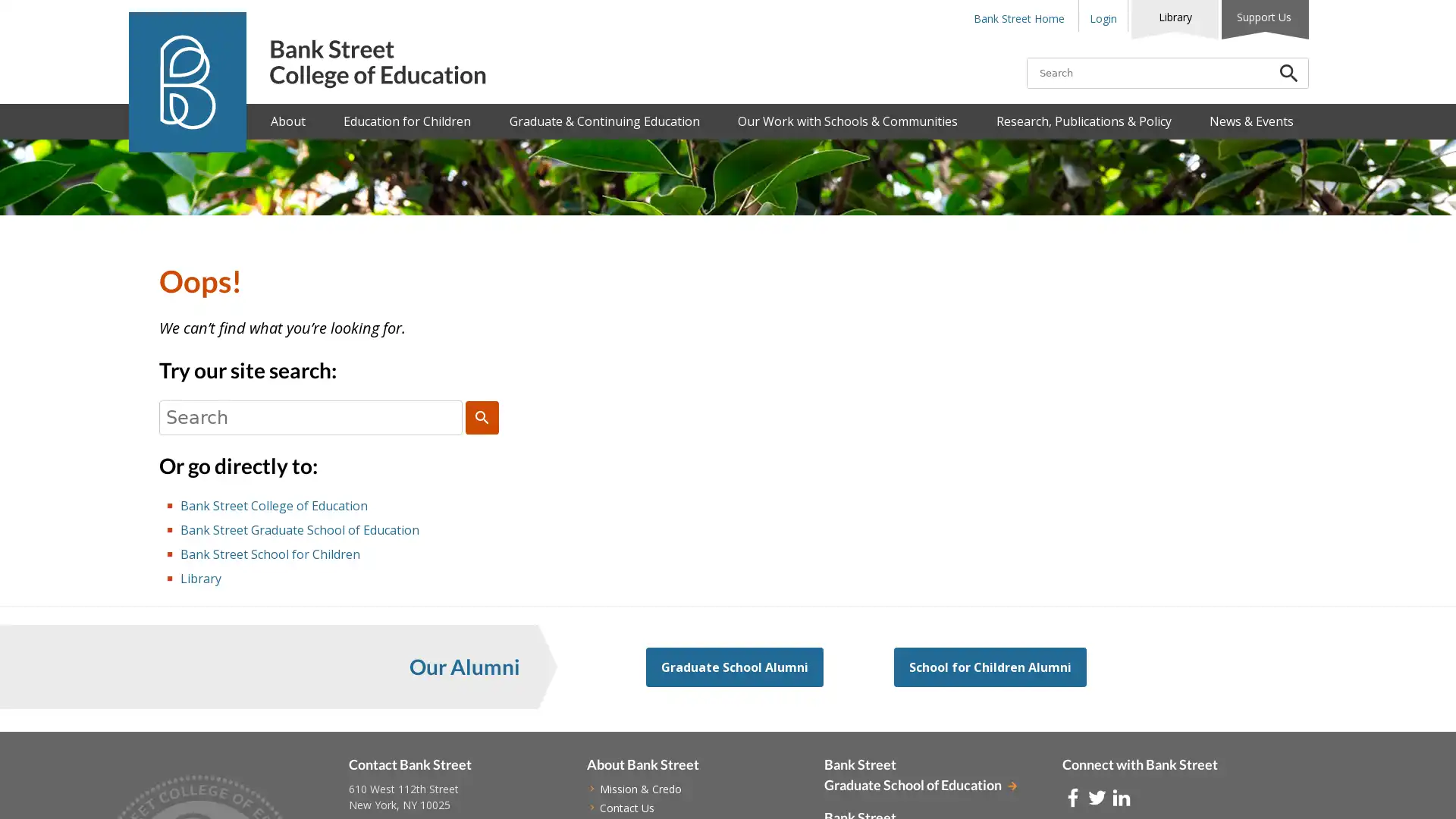  Describe the element at coordinates (481, 418) in the screenshot. I see `Search` at that location.